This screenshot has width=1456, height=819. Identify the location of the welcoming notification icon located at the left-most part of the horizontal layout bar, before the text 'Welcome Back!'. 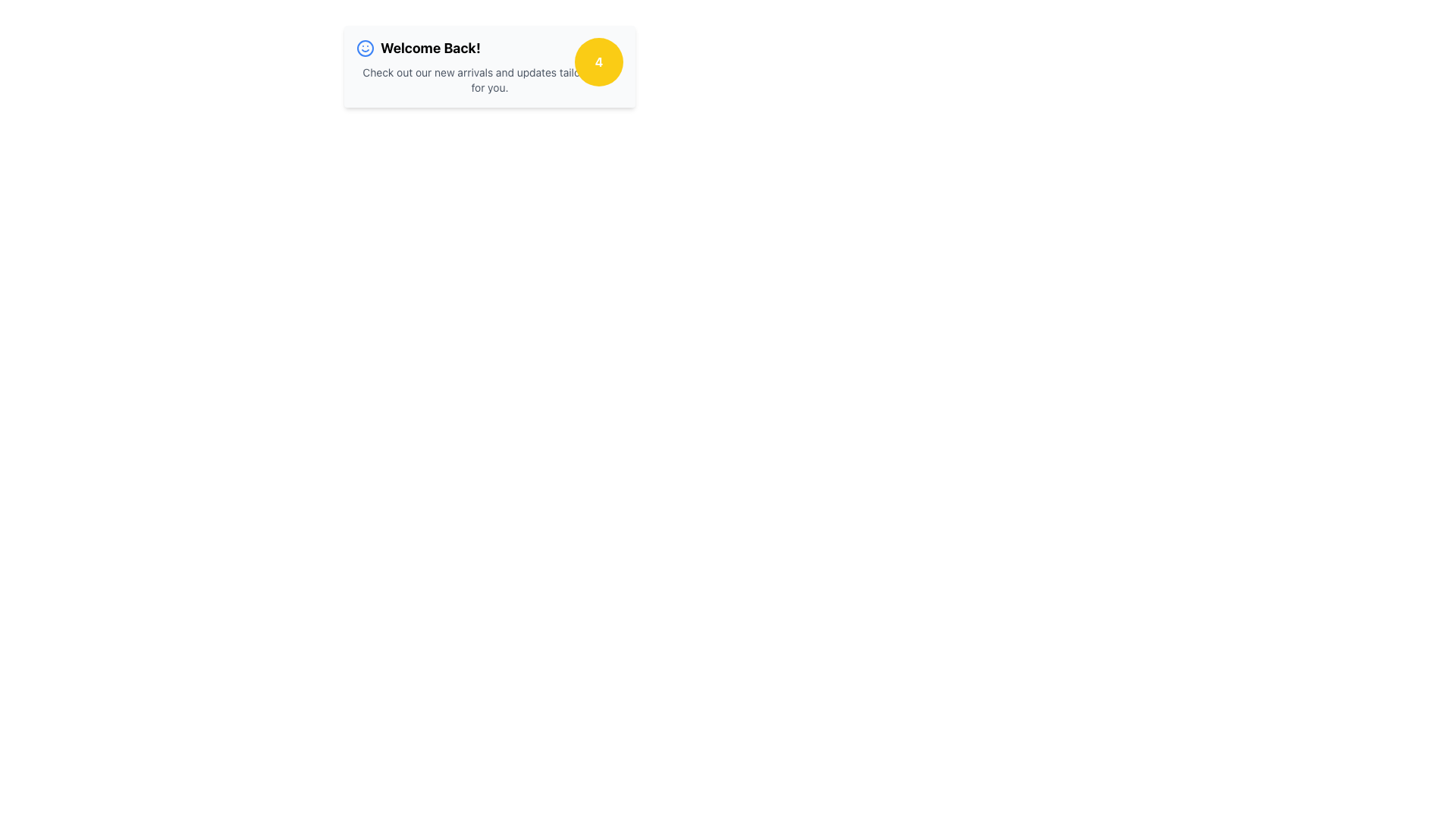
(365, 48).